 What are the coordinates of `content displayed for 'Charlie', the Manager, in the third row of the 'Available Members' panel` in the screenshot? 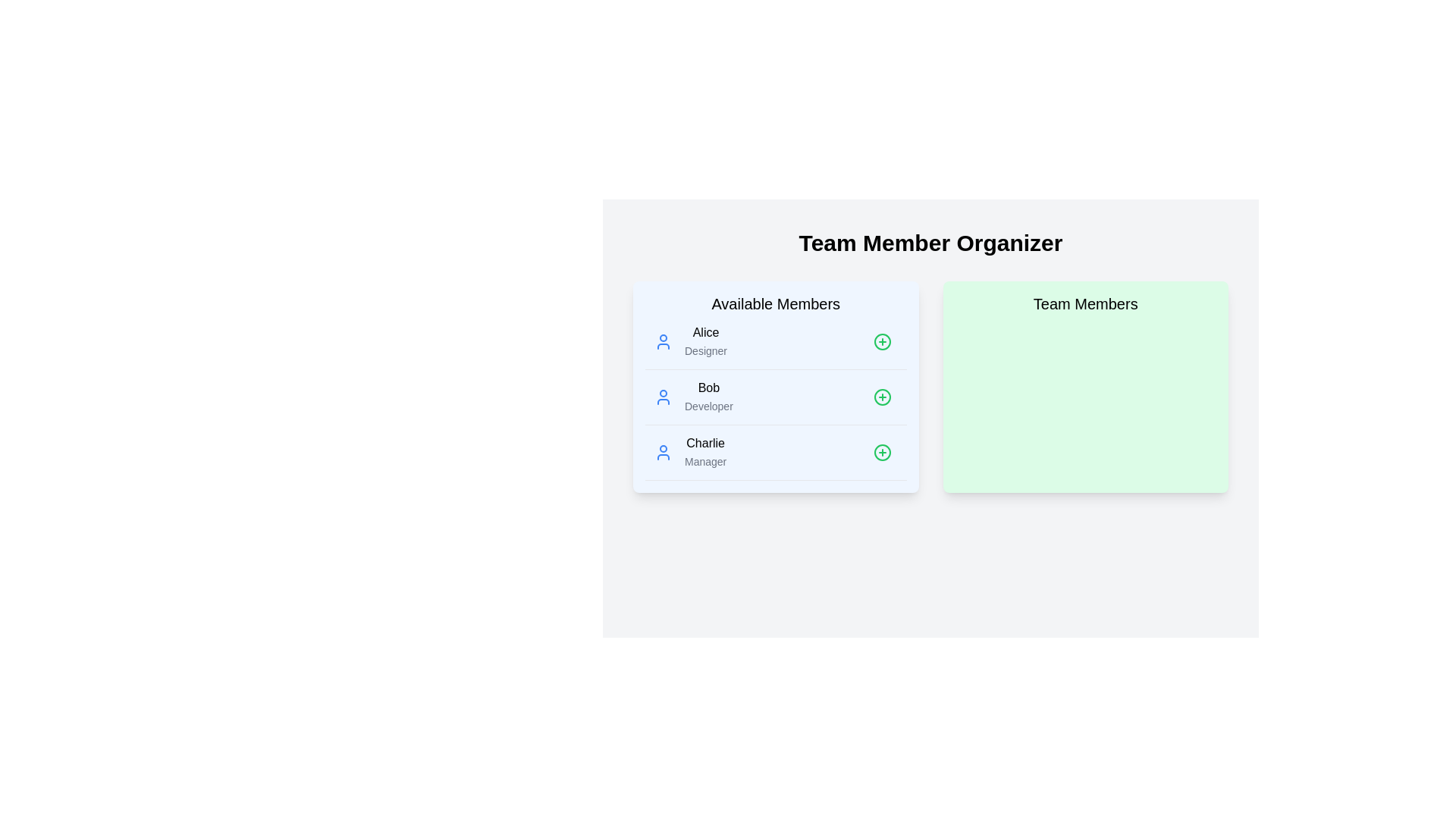 It's located at (704, 452).